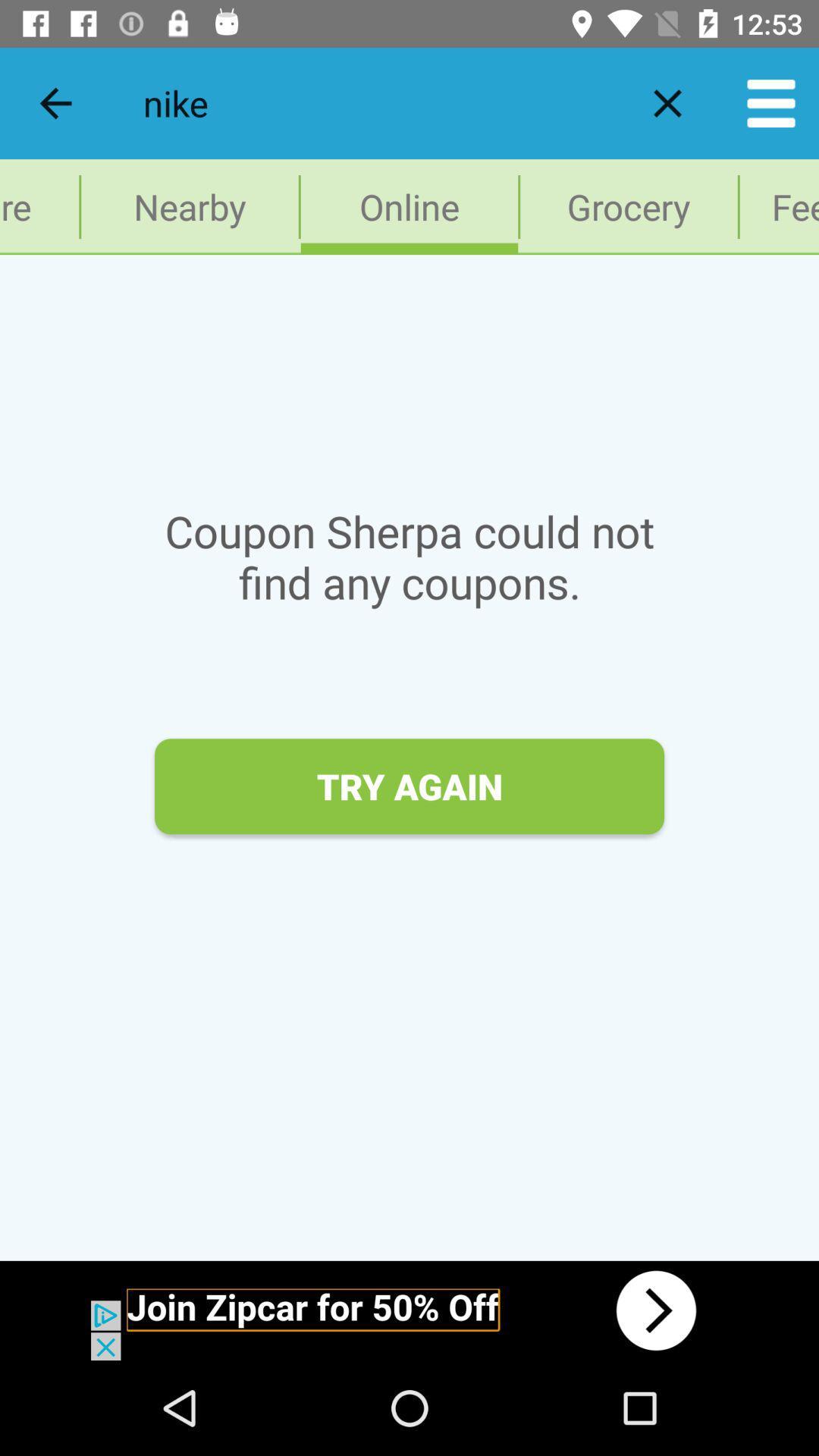  Describe the element at coordinates (409, 1310) in the screenshot. I see `advertisement link` at that location.